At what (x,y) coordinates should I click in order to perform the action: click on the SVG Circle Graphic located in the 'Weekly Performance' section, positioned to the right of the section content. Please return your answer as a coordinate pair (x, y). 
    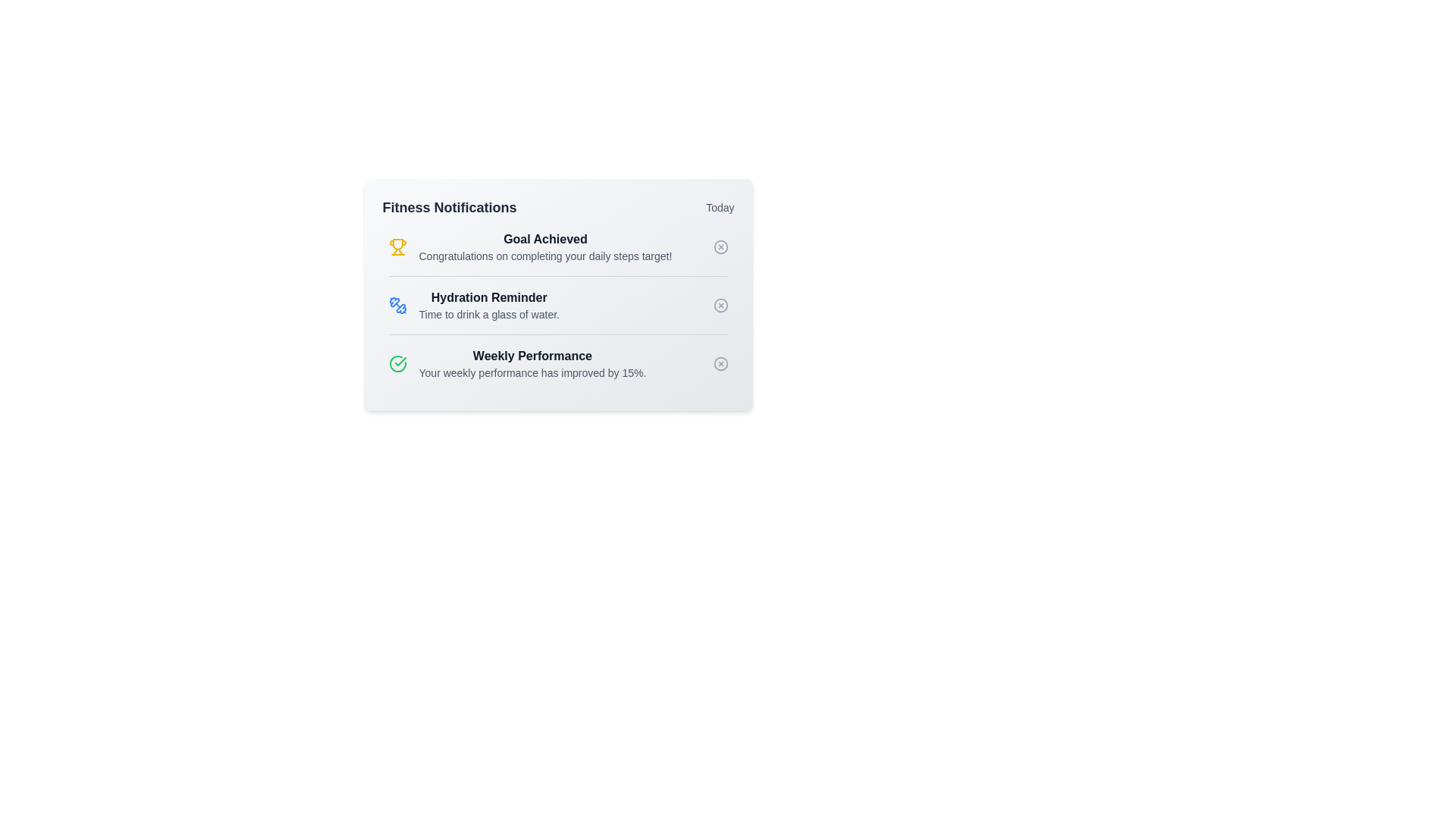
    Looking at the image, I should click on (720, 363).